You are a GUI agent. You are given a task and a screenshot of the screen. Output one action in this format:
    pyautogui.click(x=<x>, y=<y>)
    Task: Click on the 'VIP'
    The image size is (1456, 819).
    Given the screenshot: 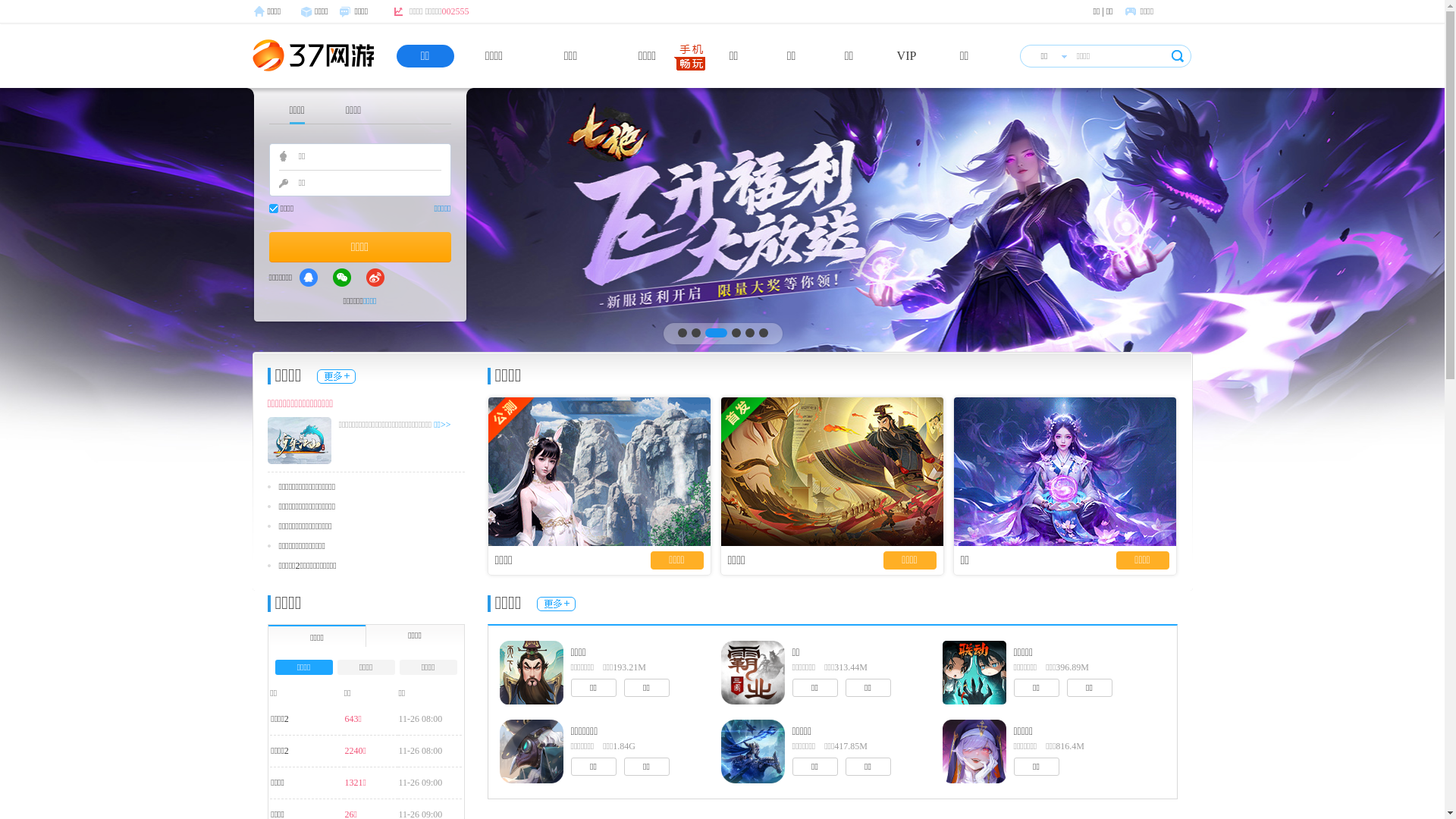 What is the action you would take?
    pyautogui.click(x=906, y=55)
    